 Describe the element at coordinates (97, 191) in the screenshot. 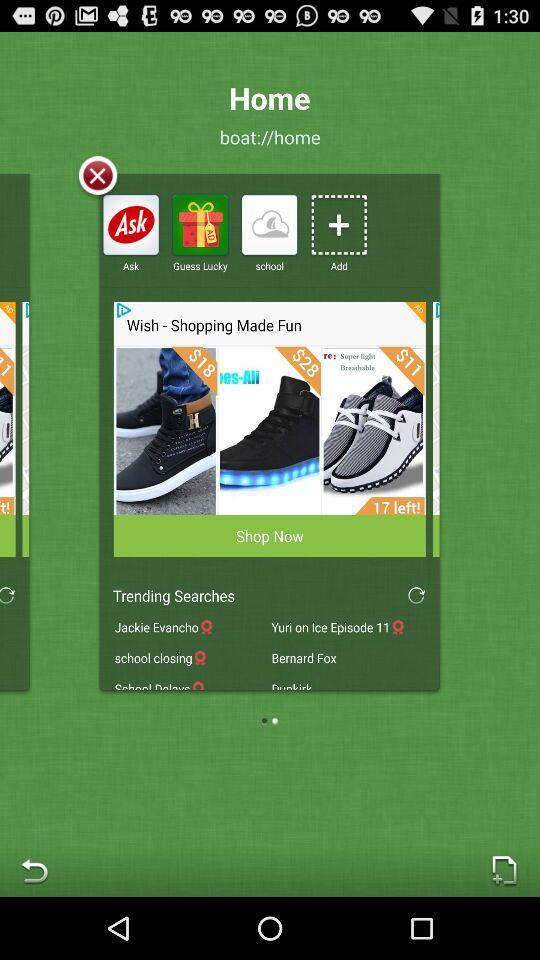

I see `the close icon` at that location.